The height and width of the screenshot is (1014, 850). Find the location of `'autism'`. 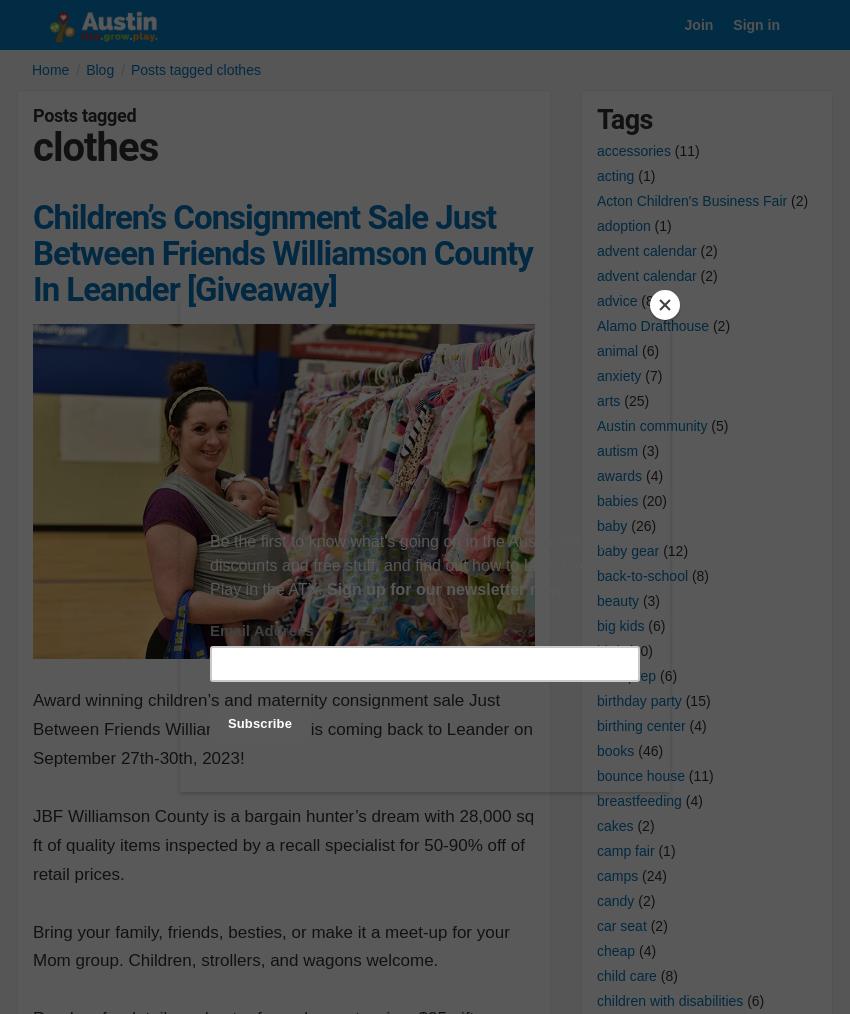

'autism' is located at coordinates (616, 450).